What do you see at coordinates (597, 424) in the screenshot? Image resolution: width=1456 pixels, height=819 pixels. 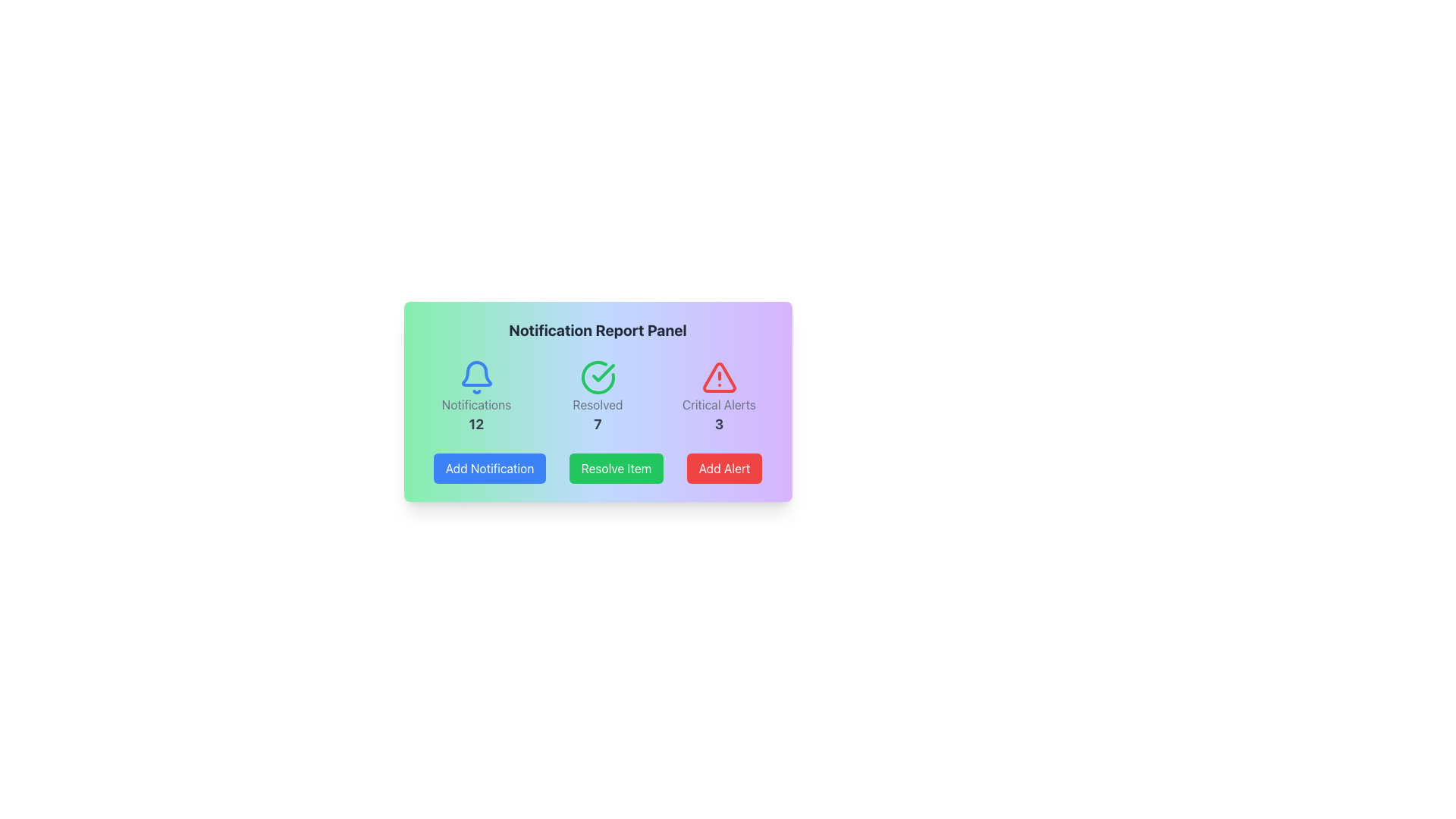 I see `the numeral '7' displayed in bold and large dark gray font beneath the 'Resolved' label in the notification summary panel` at bounding box center [597, 424].